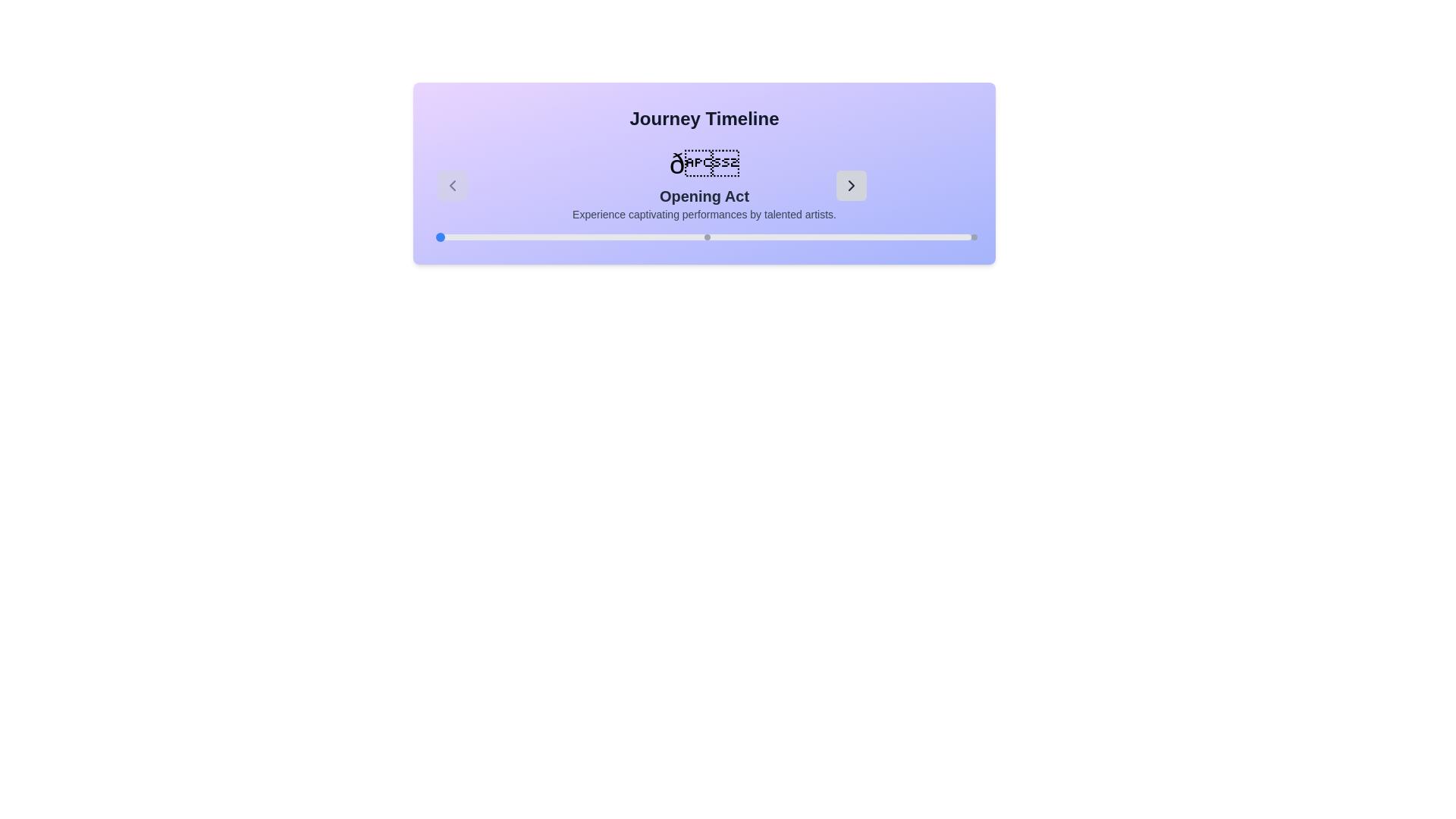 The width and height of the screenshot is (1456, 819). What do you see at coordinates (704, 172) in the screenshot?
I see `the 'Opening Act' Content display panel` at bounding box center [704, 172].